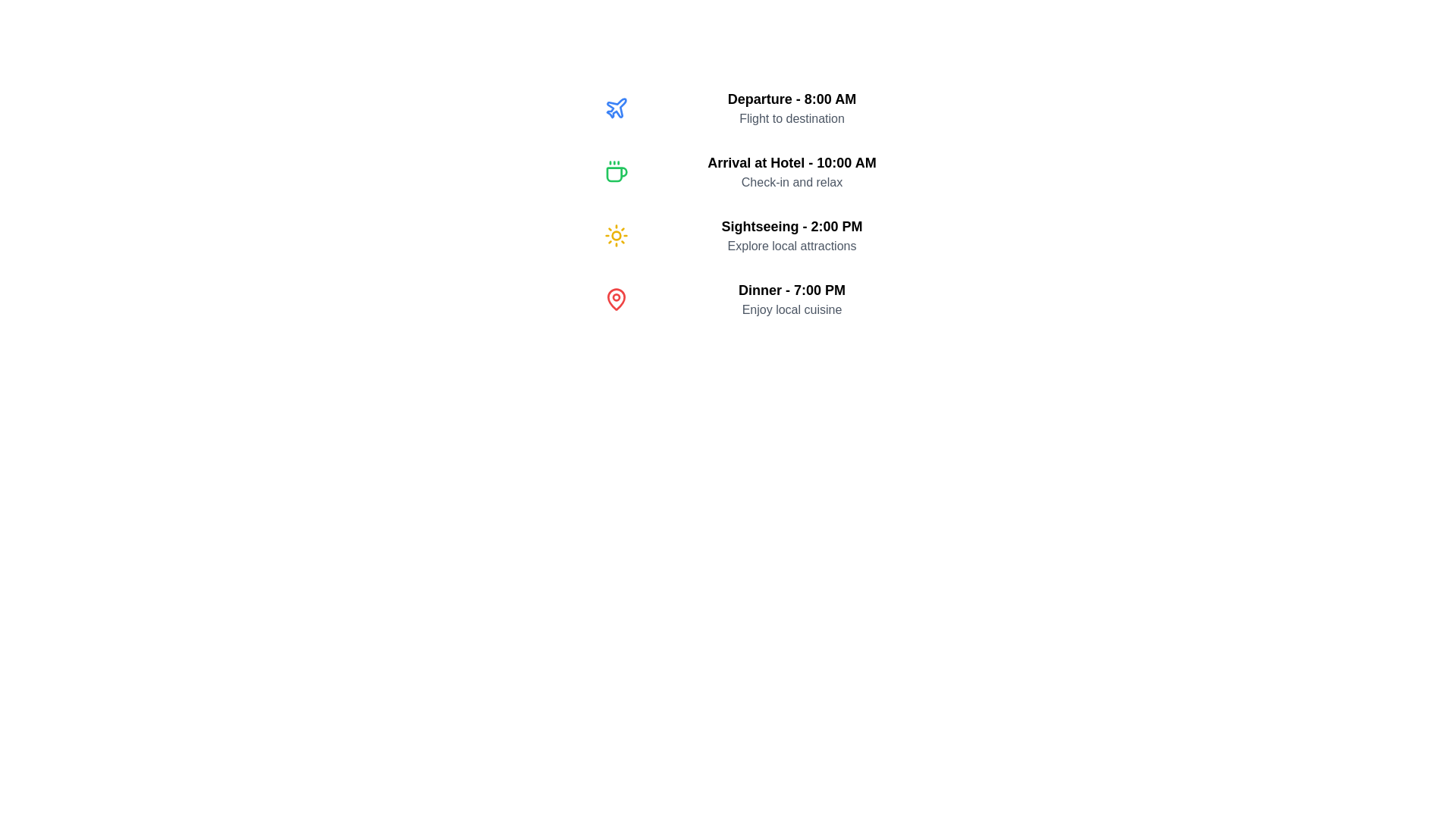 The height and width of the screenshot is (819, 1456). What do you see at coordinates (791, 299) in the screenshot?
I see `information displayed in the Text Block that provides details about the dinner event at 7:00 PM, located as the fourth item in the vertically stacked list of event items` at bounding box center [791, 299].